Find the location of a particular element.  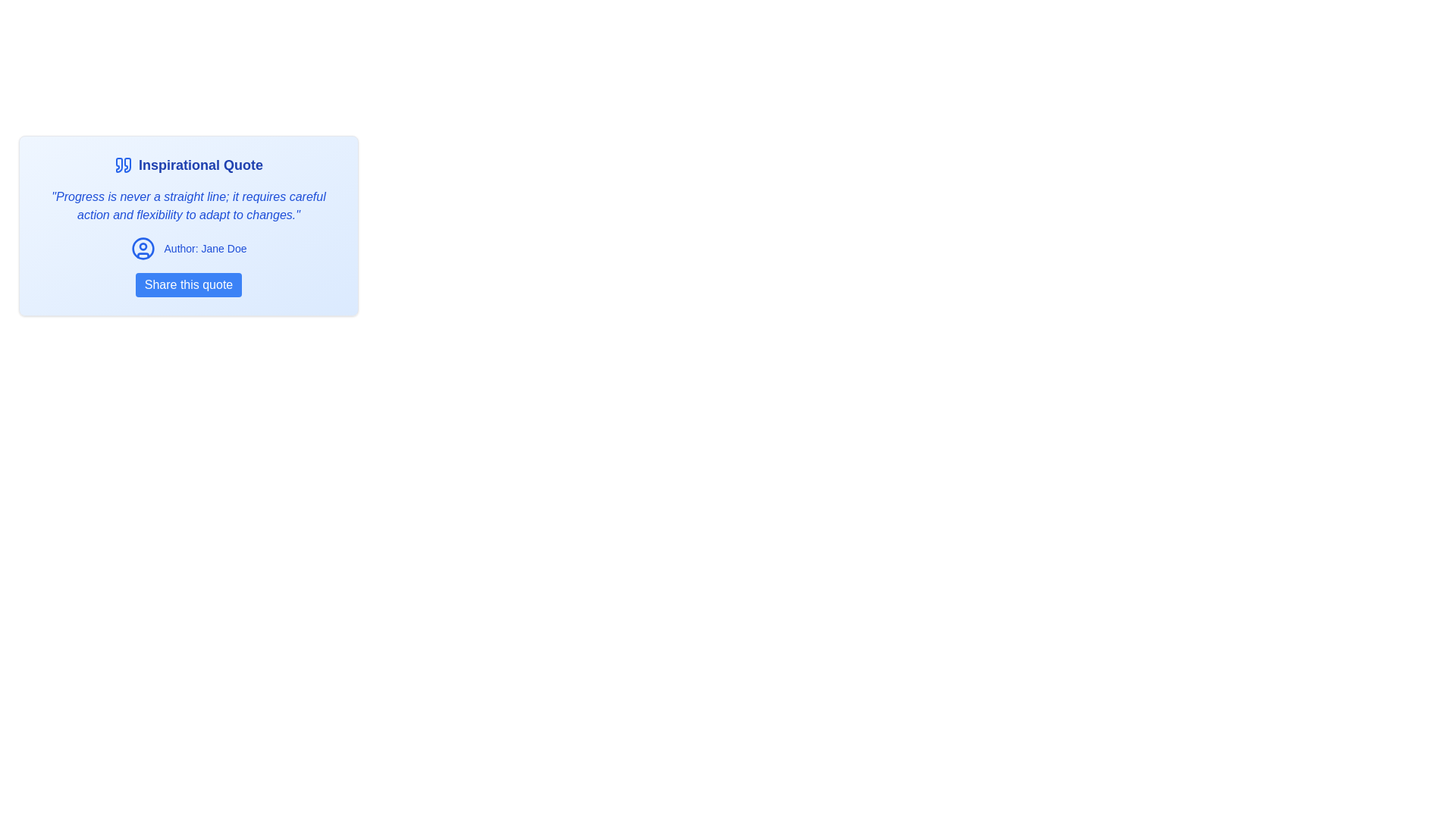

the circular user profile icon with a blue stroke outline, which is the first graphical component in the SVG representing a user avatar is located at coordinates (143, 247).